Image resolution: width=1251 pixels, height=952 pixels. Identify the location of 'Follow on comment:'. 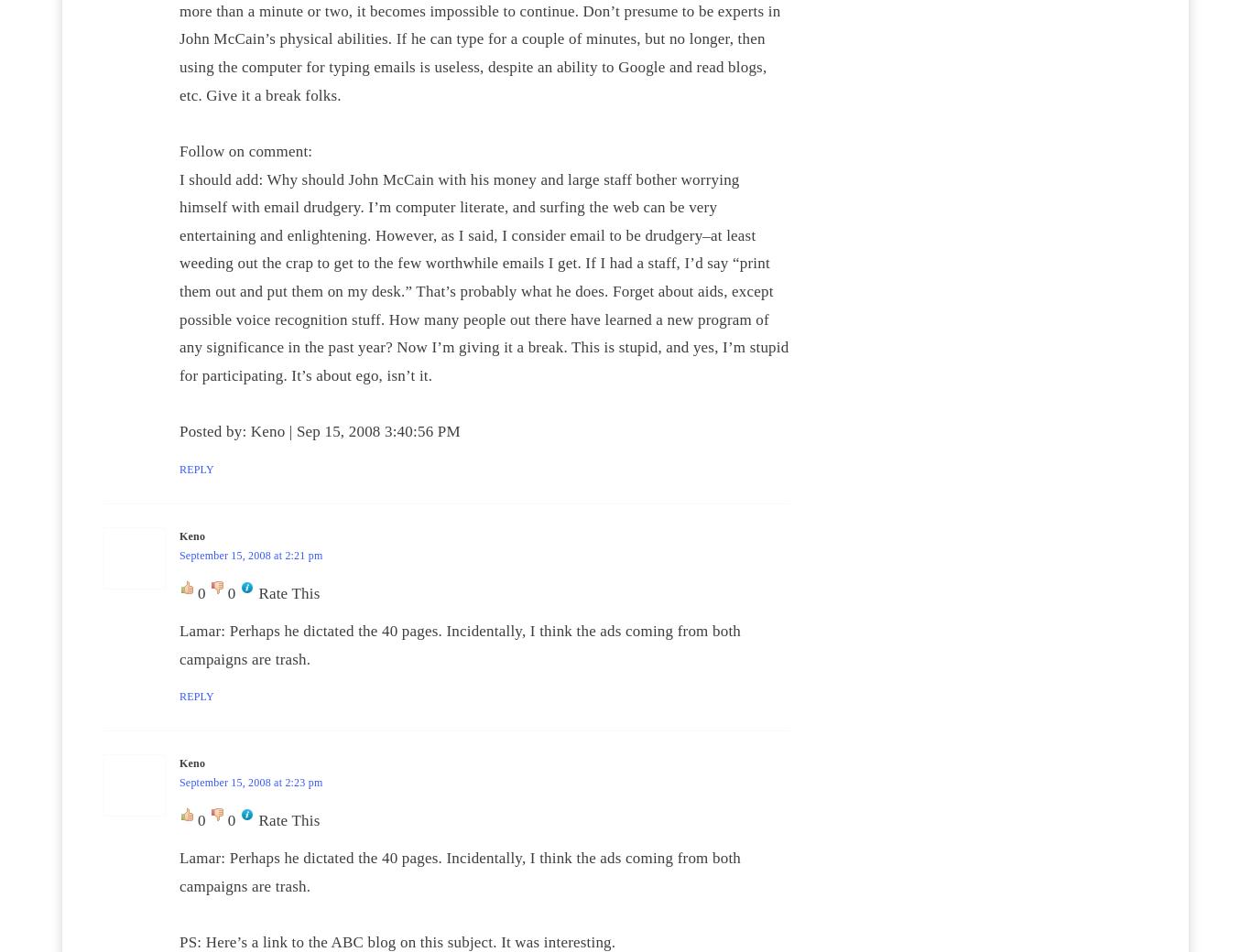
(179, 151).